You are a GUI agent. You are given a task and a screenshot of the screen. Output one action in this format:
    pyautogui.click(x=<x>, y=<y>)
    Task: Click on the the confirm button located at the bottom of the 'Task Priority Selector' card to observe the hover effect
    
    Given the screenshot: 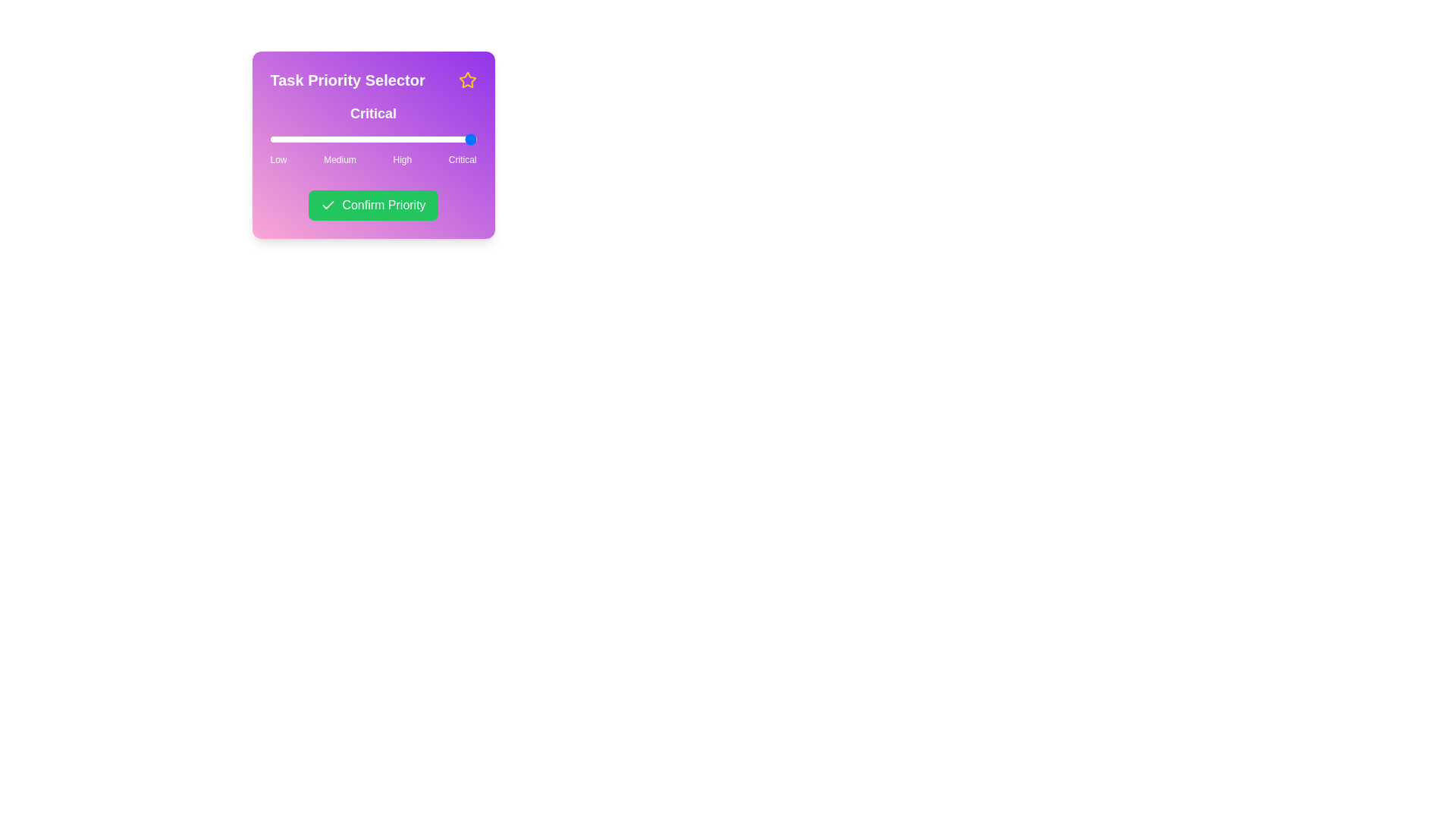 What is the action you would take?
    pyautogui.click(x=373, y=205)
    